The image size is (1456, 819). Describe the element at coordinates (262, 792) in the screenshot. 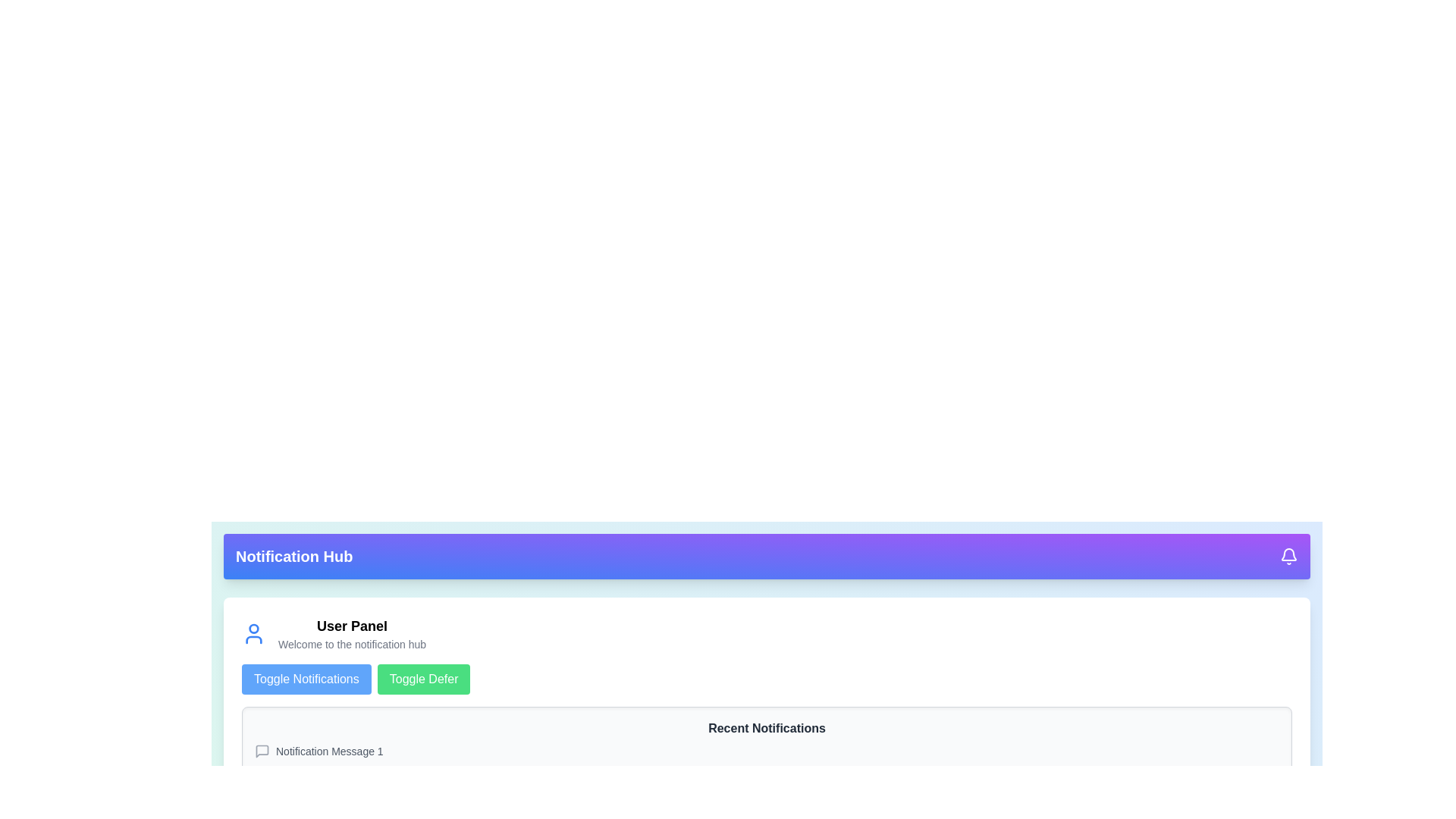

I see `the message indicator icon located near the bottom of the user interface, adjacent` at that location.